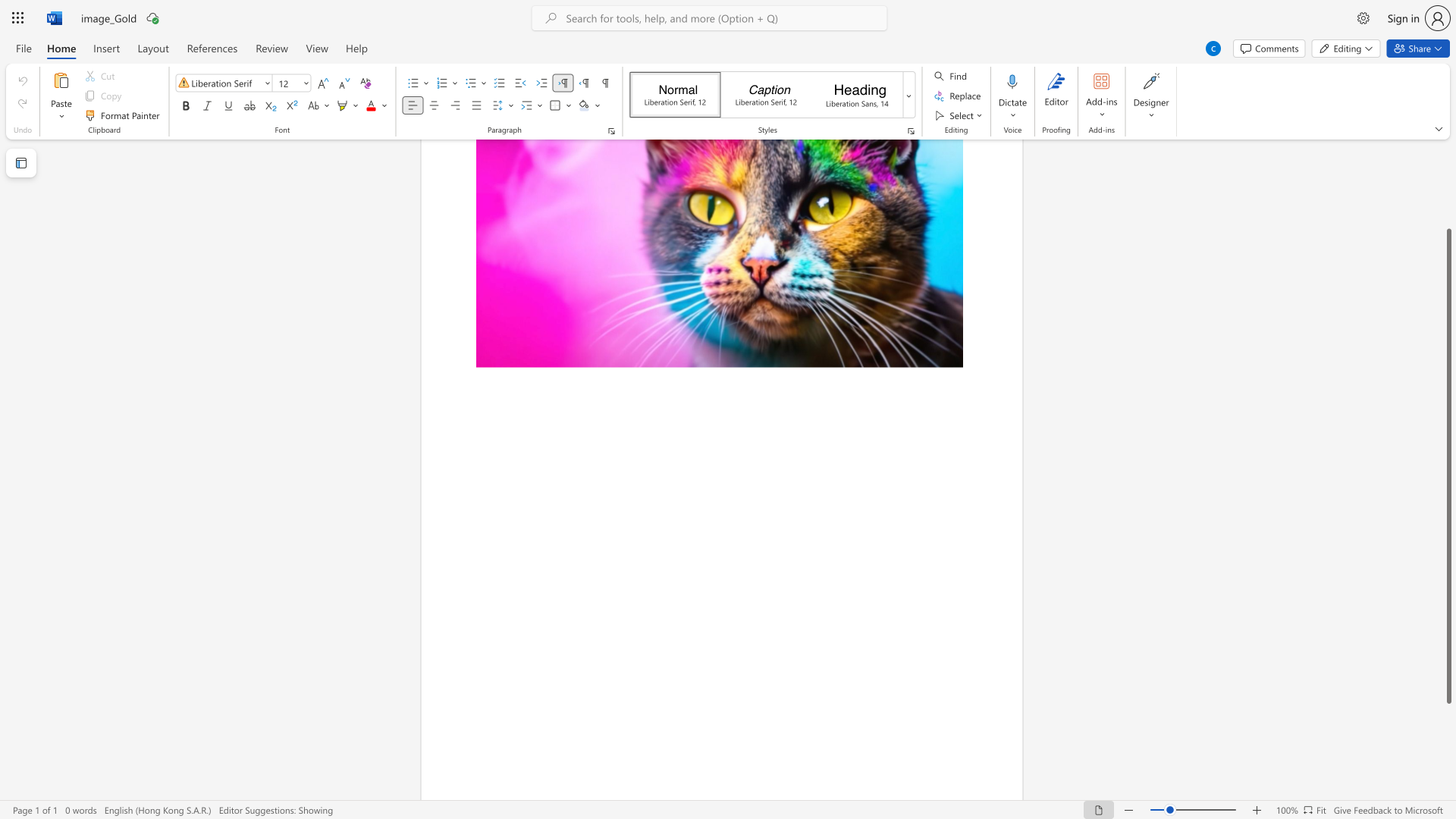 This screenshot has width=1456, height=819. I want to click on the scrollbar to move the page up, so click(1448, 219).